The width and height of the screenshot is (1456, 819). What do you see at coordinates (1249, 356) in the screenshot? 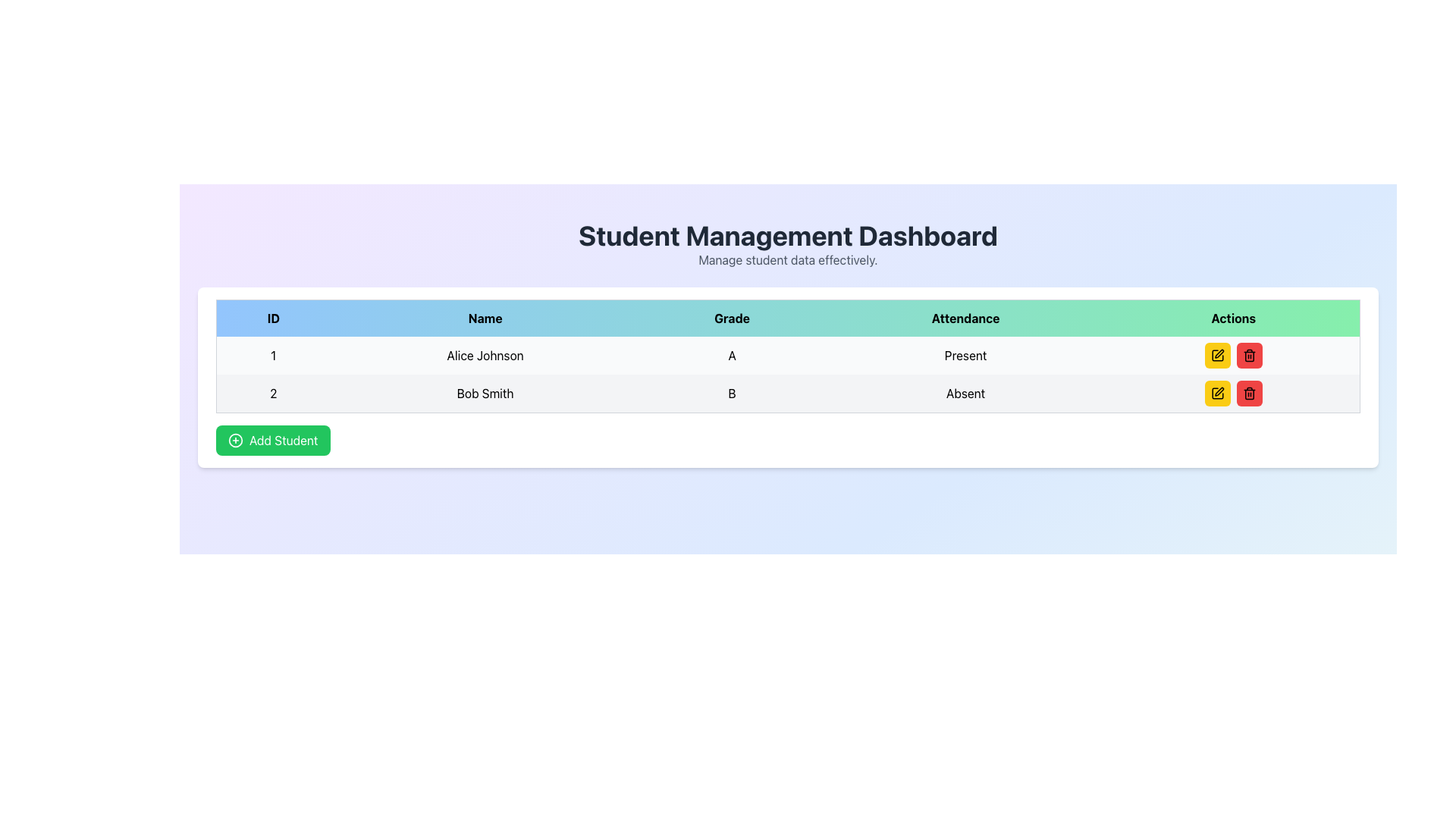
I see `the delete button with a red background and a trash can icon in the 'Actions' column of the second row for 'Bob Smith'` at bounding box center [1249, 356].